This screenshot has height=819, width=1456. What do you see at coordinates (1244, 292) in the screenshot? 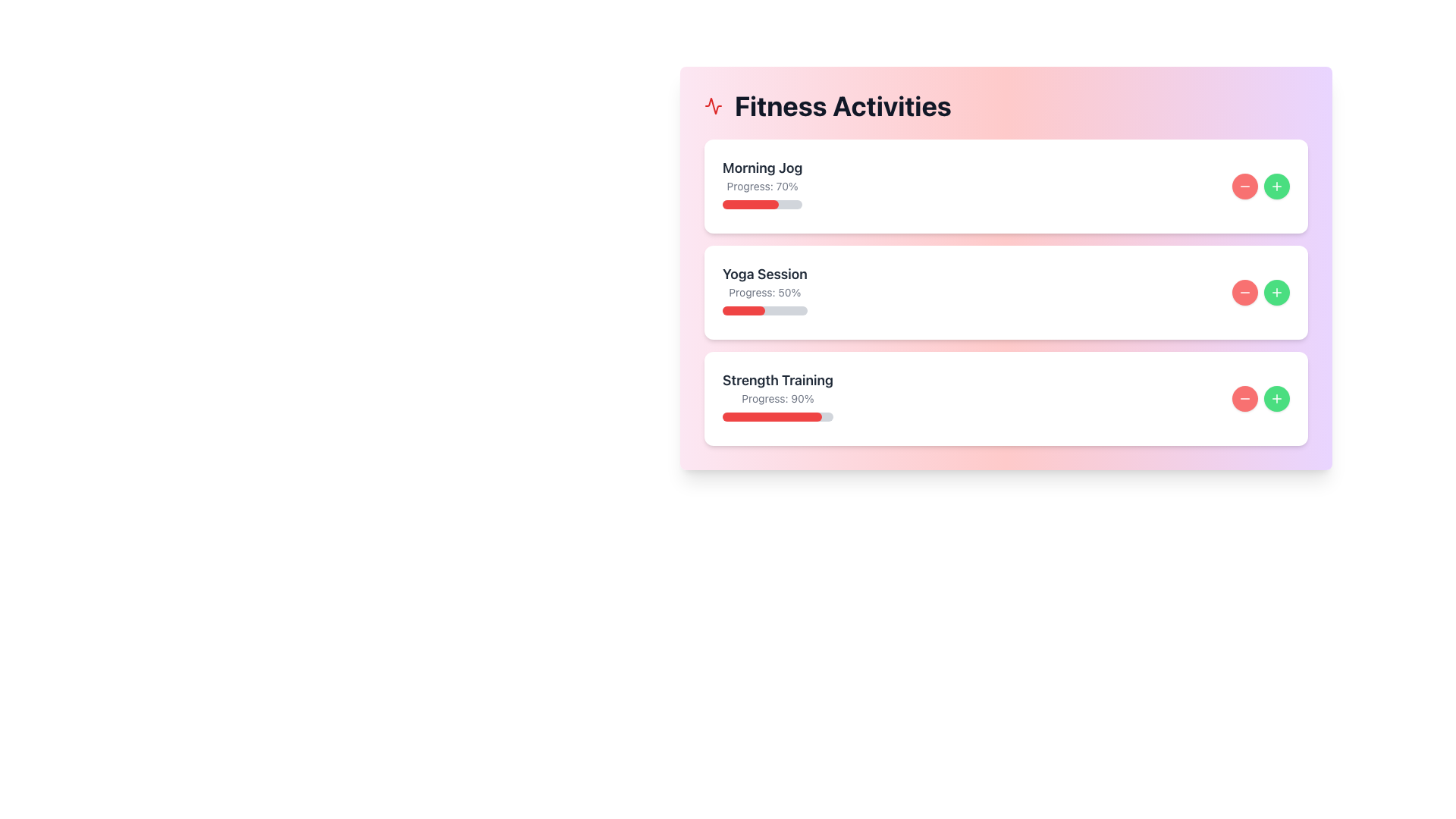
I see `the first decrement button located on the right of the last activity in the visible list` at bounding box center [1244, 292].